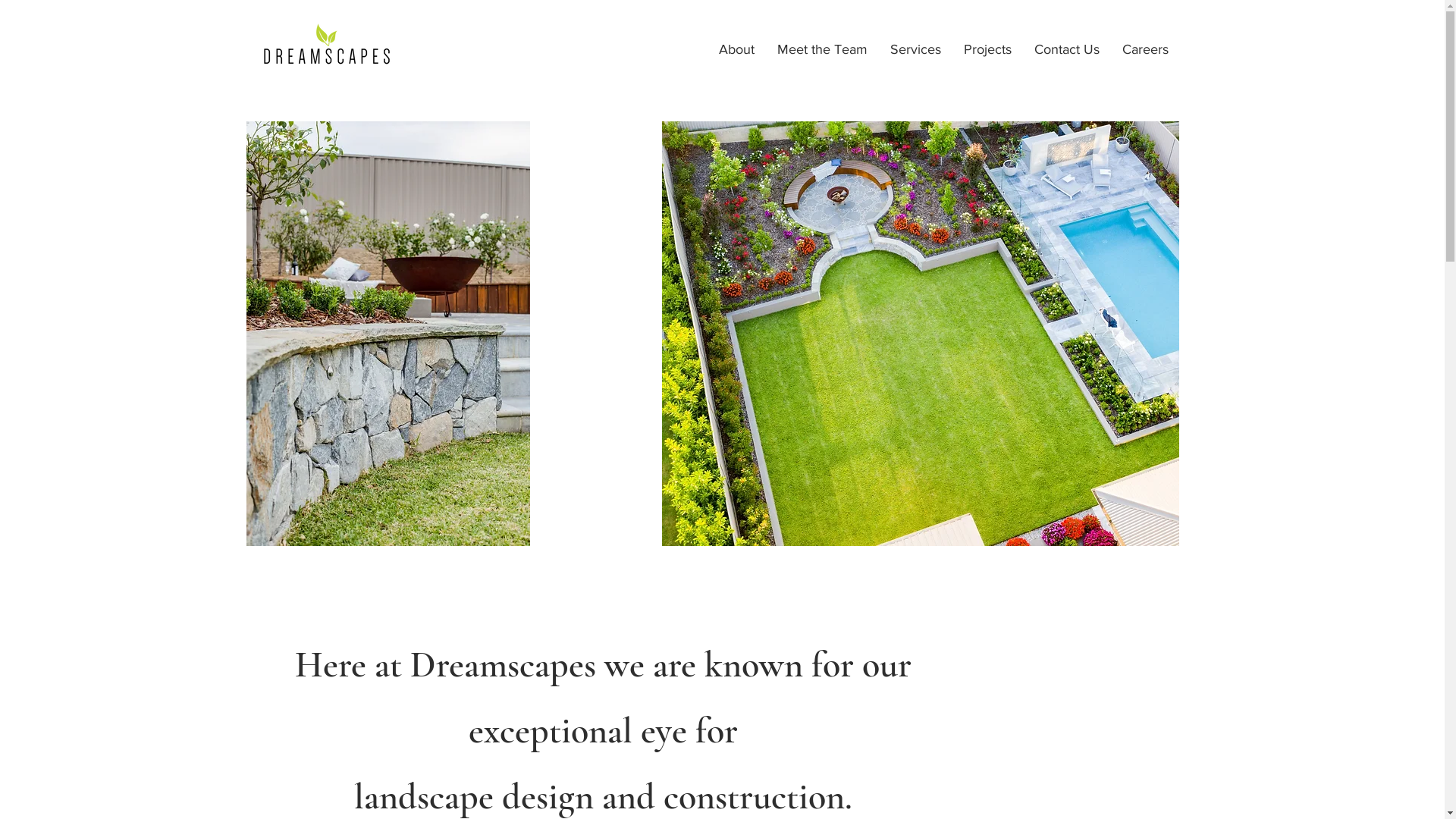 Image resolution: width=1456 pixels, height=819 pixels. Describe the element at coordinates (821, 49) in the screenshot. I see `'Meet the Team'` at that location.